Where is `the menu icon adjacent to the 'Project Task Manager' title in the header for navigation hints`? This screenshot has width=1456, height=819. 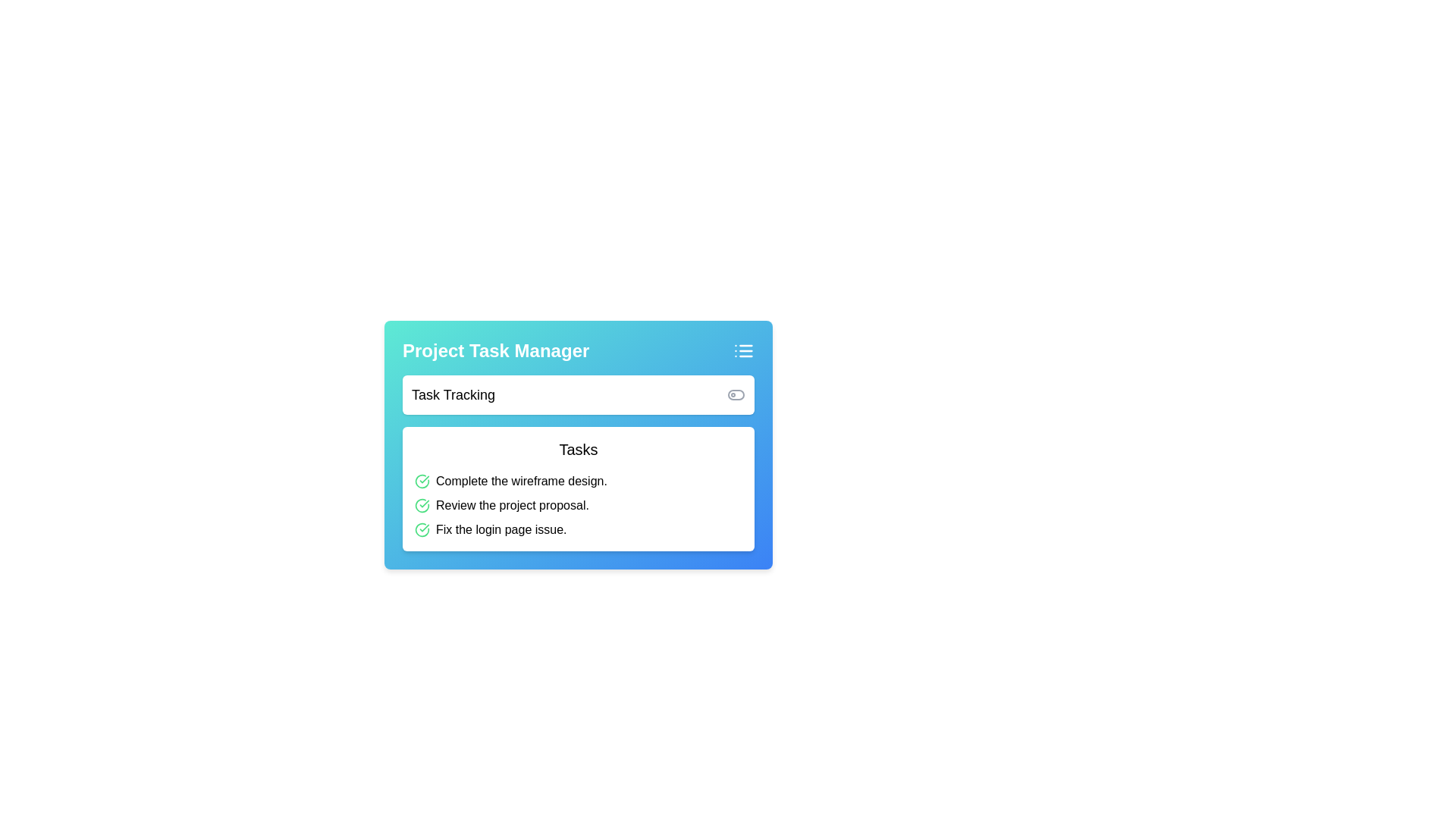
the menu icon adjacent to the 'Project Task Manager' title in the header for navigation hints is located at coordinates (578, 350).